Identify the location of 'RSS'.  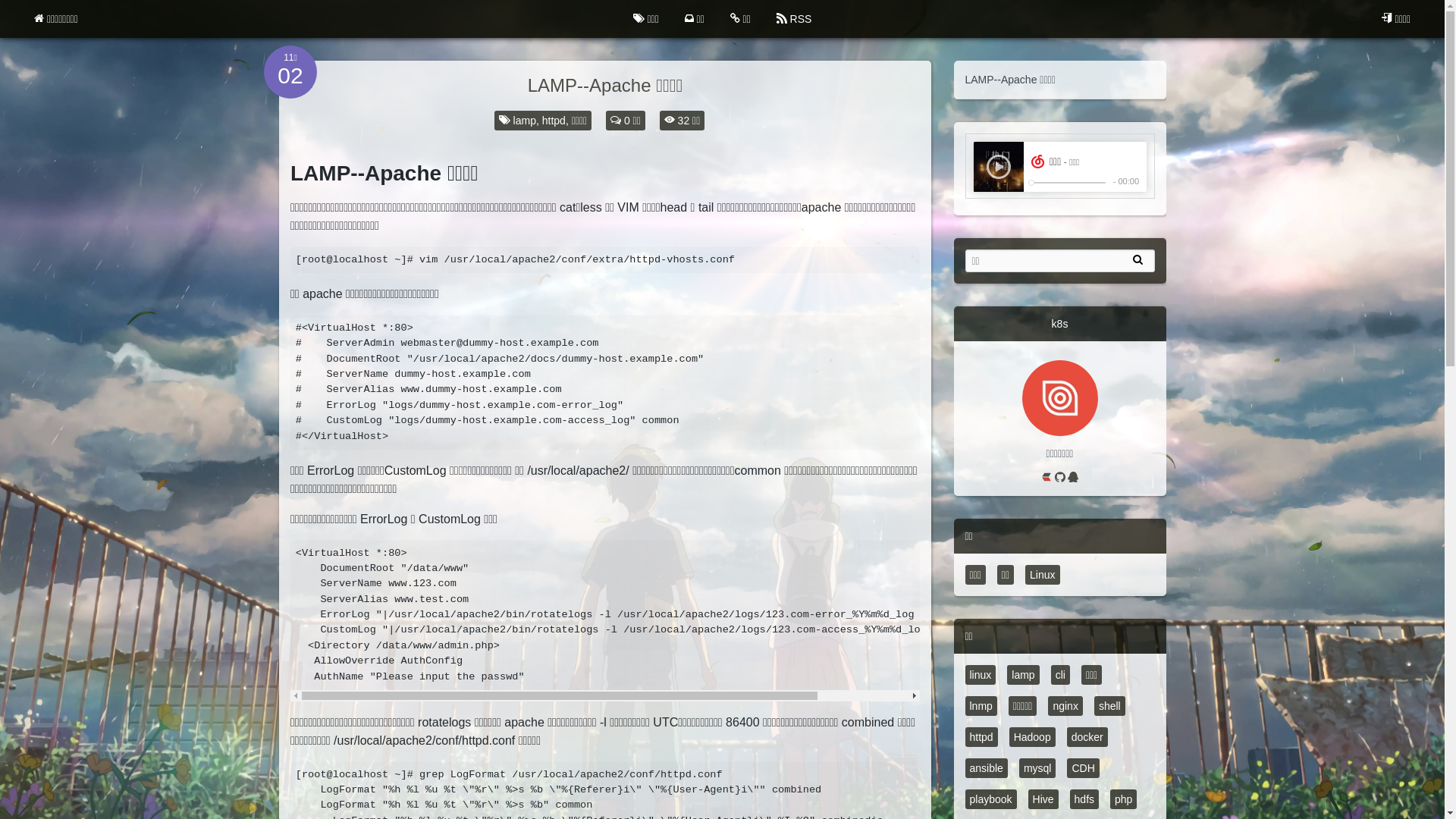
(764, 18).